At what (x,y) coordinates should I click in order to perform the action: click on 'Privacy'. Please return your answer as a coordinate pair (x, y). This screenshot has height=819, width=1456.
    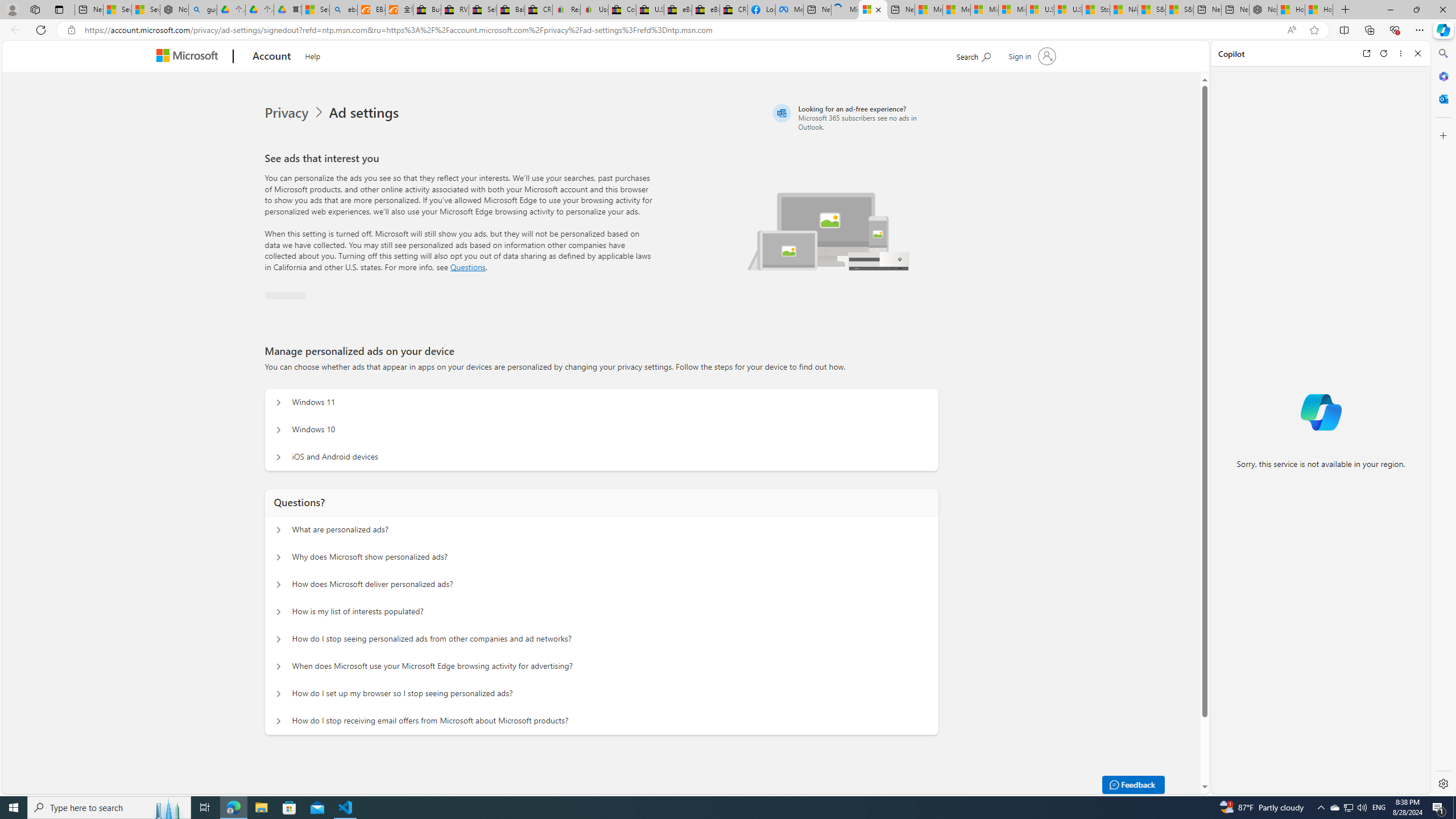
    Looking at the image, I should click on (287, 113).